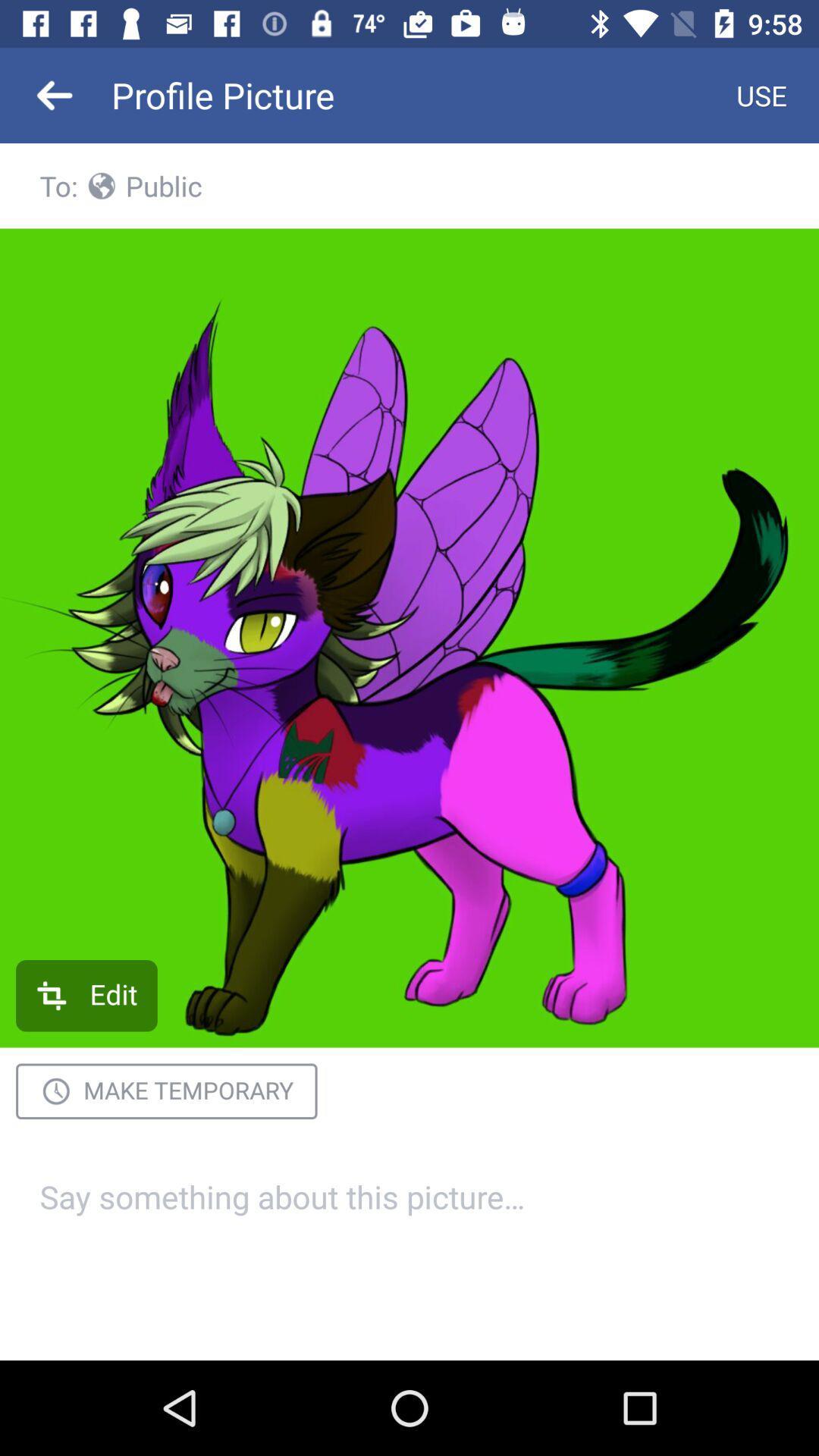  Describe the element at coordinates (761, 94) in the screenshot. I see `use` at that location.